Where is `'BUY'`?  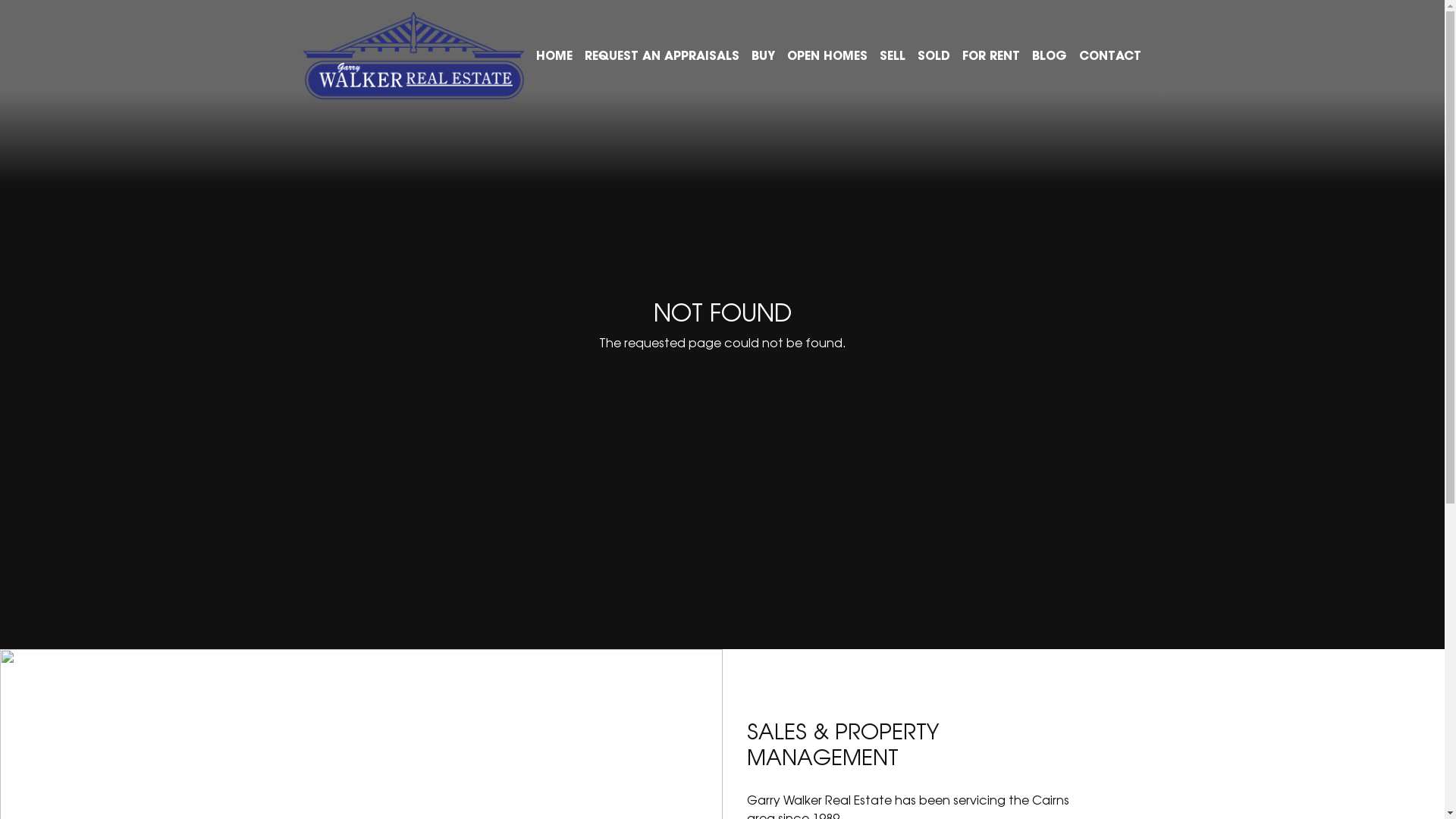
'BUY' is located at coordinates (762, 55).